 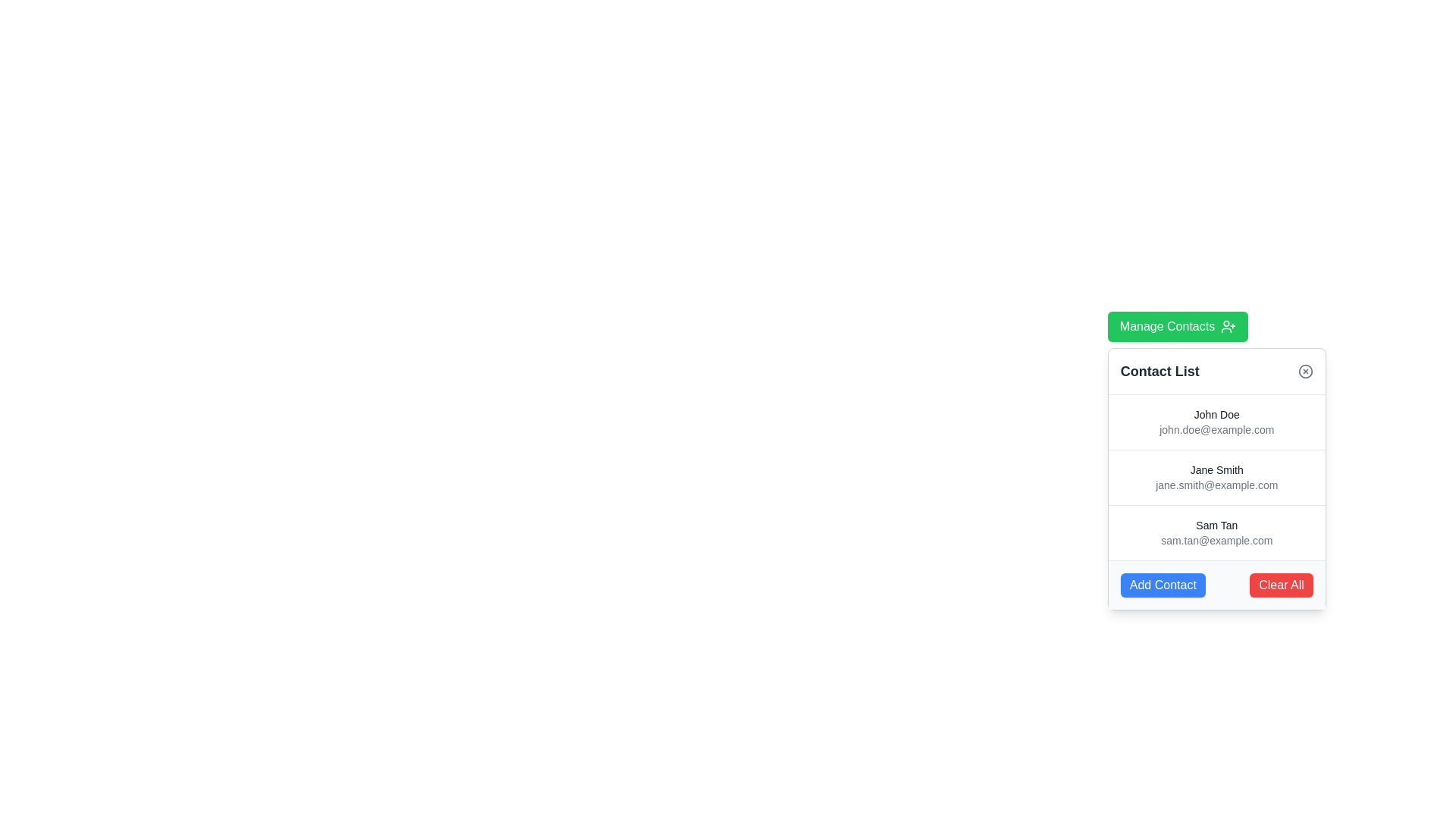 I want to click on displayed name 'Jane Smith' from the text label located in the middle row of the 'Contact List' panel, directly above the email 'jane.smith@example.com', so click(x=1216, y=469).